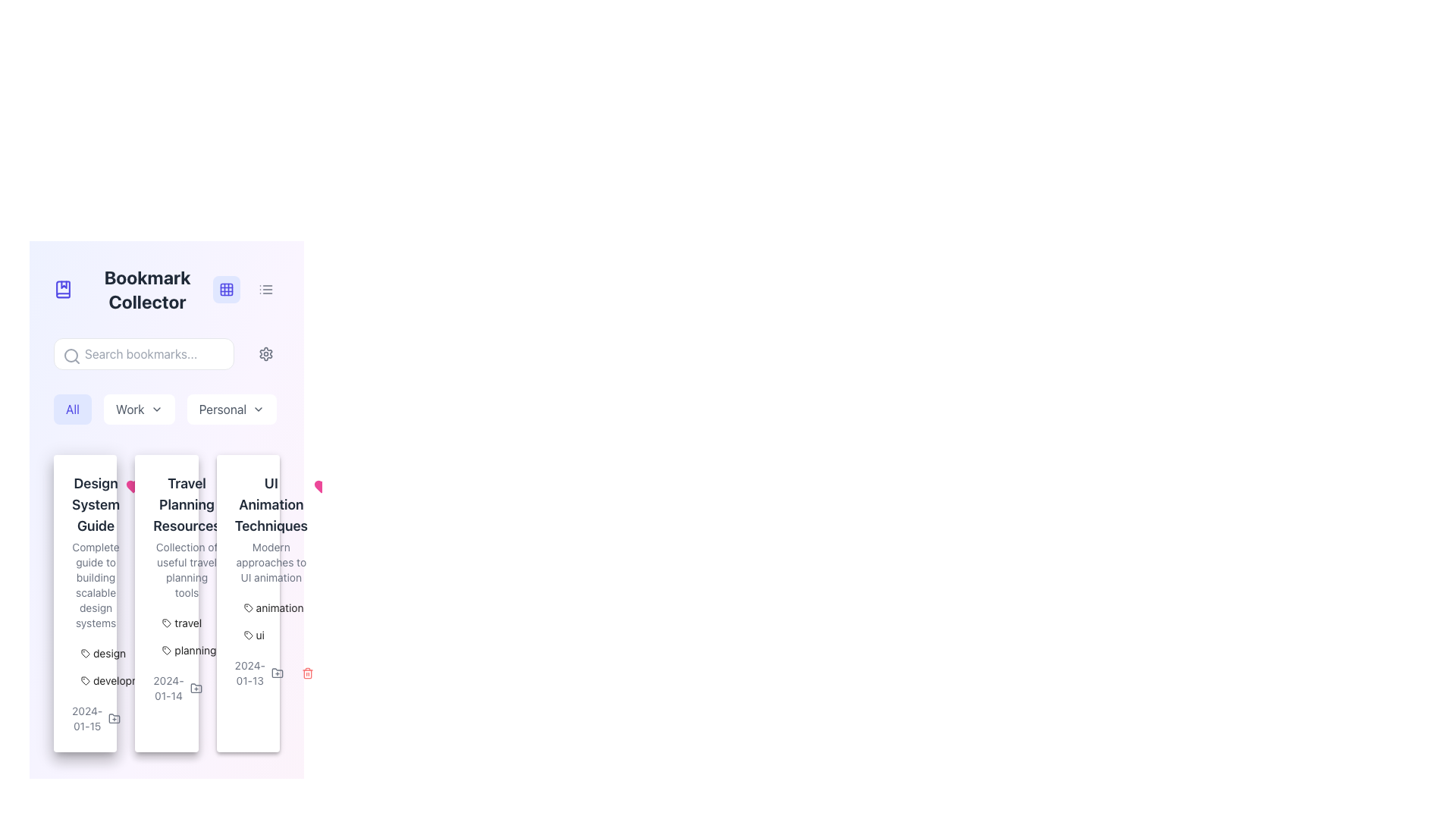  What do you see at coordinates (195, 688) in the screenshot?
I see `the folder icon, which is styled as an outline graphic with a rectangular base and a protruding top edge, located under the 'Travel Planning Resources' card in the center of a small icon set` at bounding box center [195, 688].